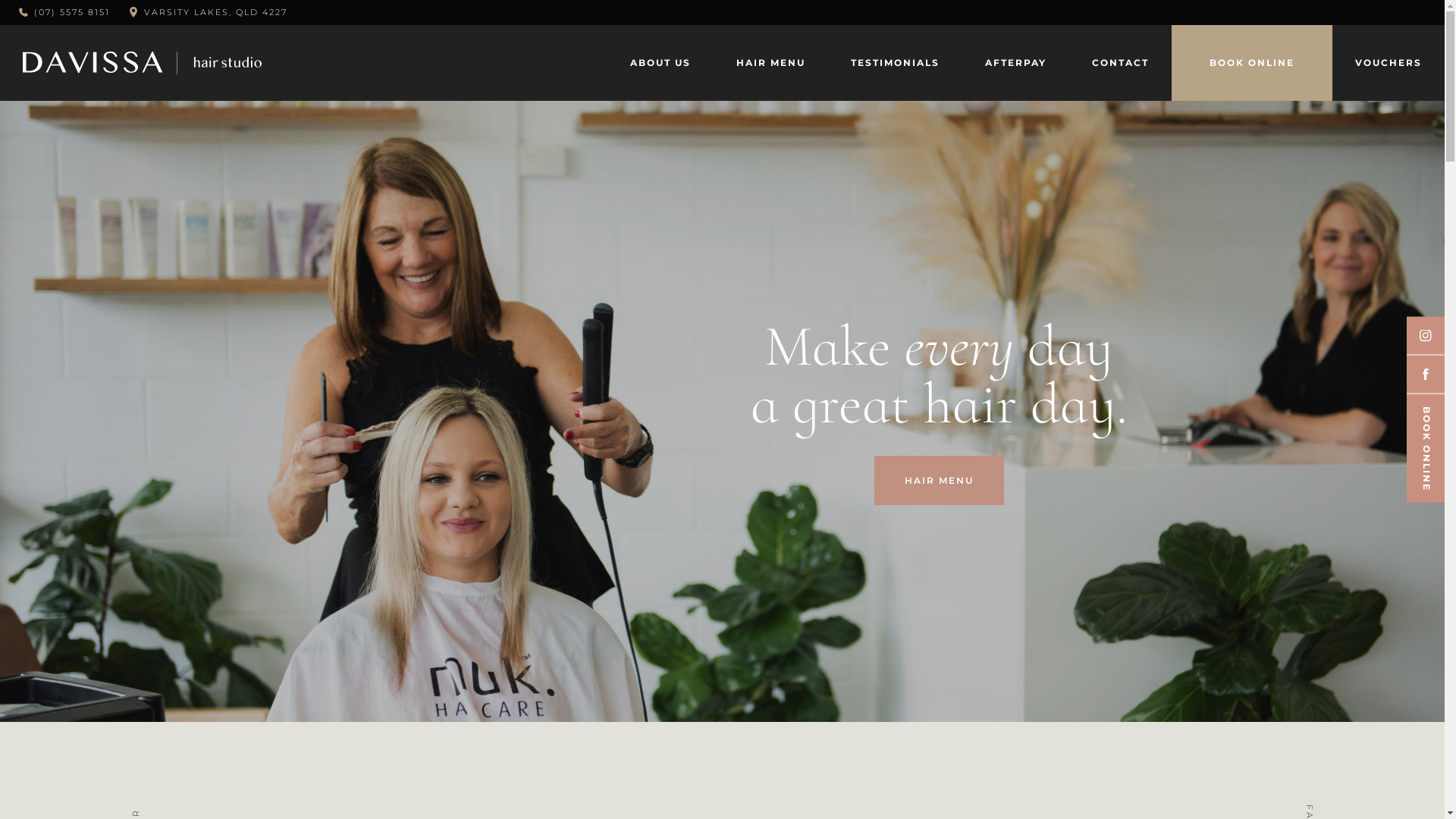  What do you see at coordinates (1120, 62) in the screenshot?
I see `'CONTACT'` at bounding box center [1120, 62].